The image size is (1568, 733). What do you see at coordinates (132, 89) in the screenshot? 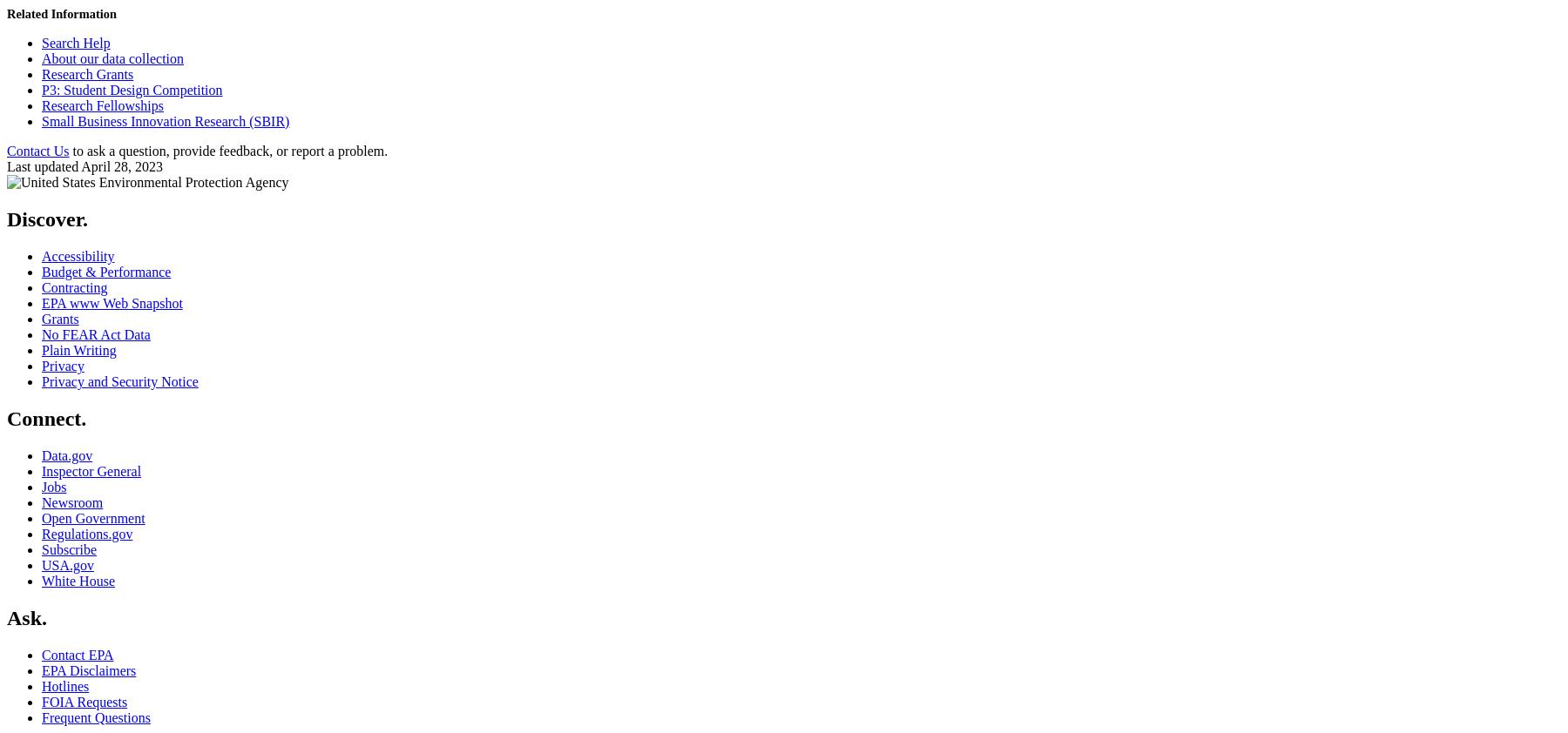
I see `'P3: Student Design Competition'` at bounding box center [132, 89].